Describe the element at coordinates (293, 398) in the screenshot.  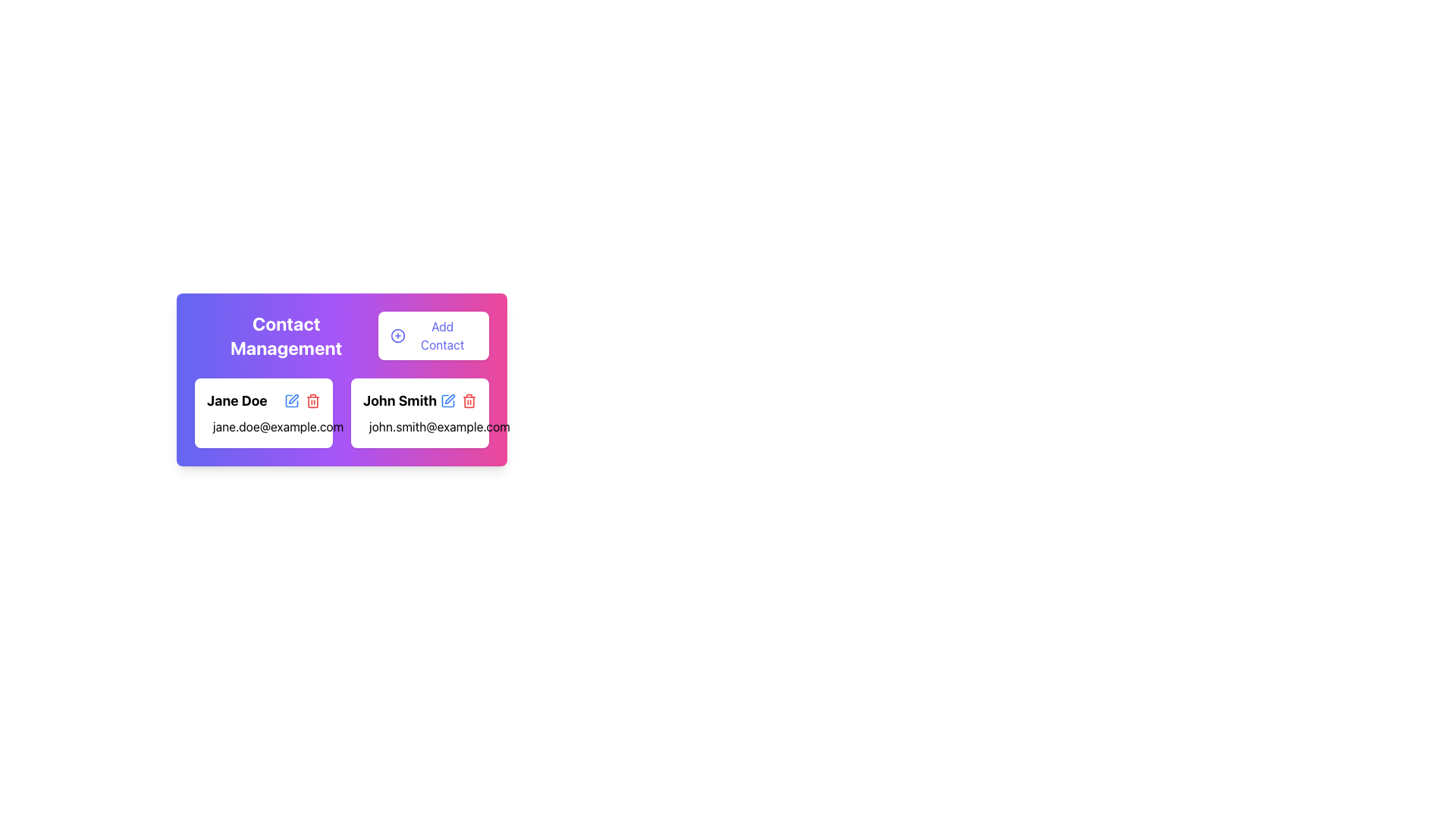
I see `the pencil icon used for editing actions located in the right portion of the SVG geometry, which overlaps with the rightmost icon in the 'John Smith' contact card` at that location.